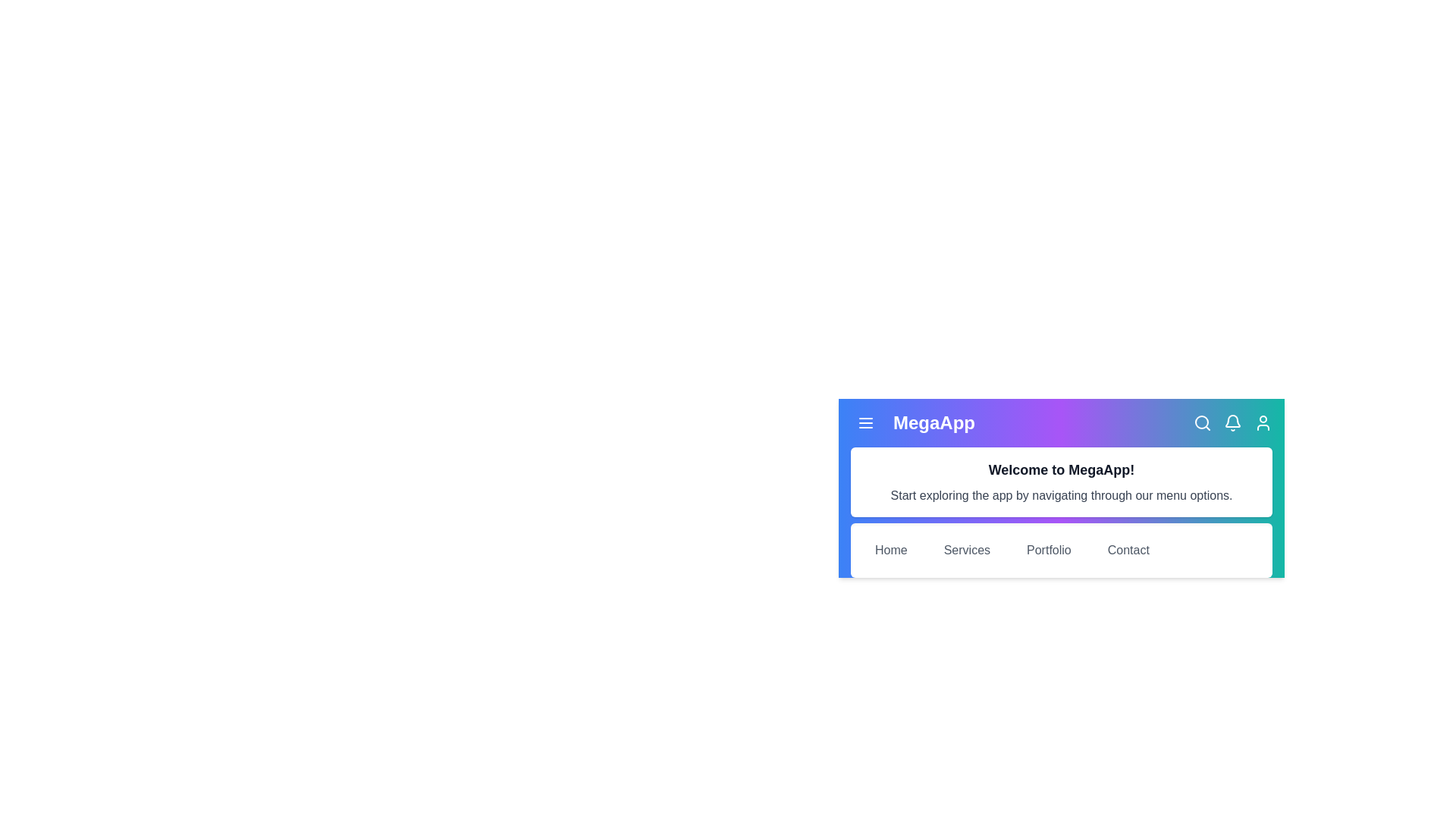  What do you see at coordinates (1263, 423) in the screenshot?
I see `the user icon in the app bar to access user-related actions` at bounding box center [1263, 423].